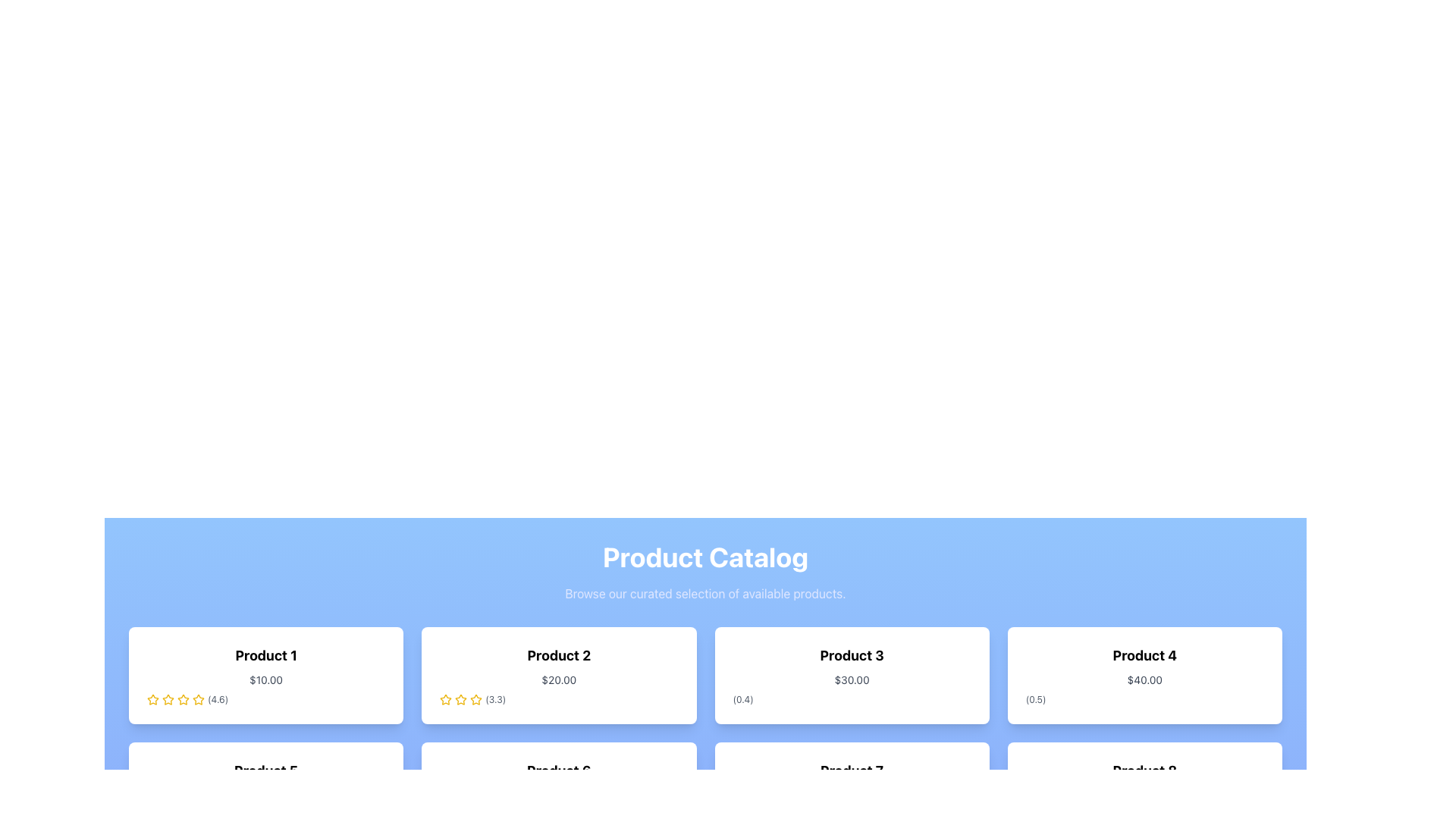 This screenshot has height=819, width=1456. I want to click on the product title text label located at the top center of the white card in the second row and second column of the product grid, so click(558, 771).